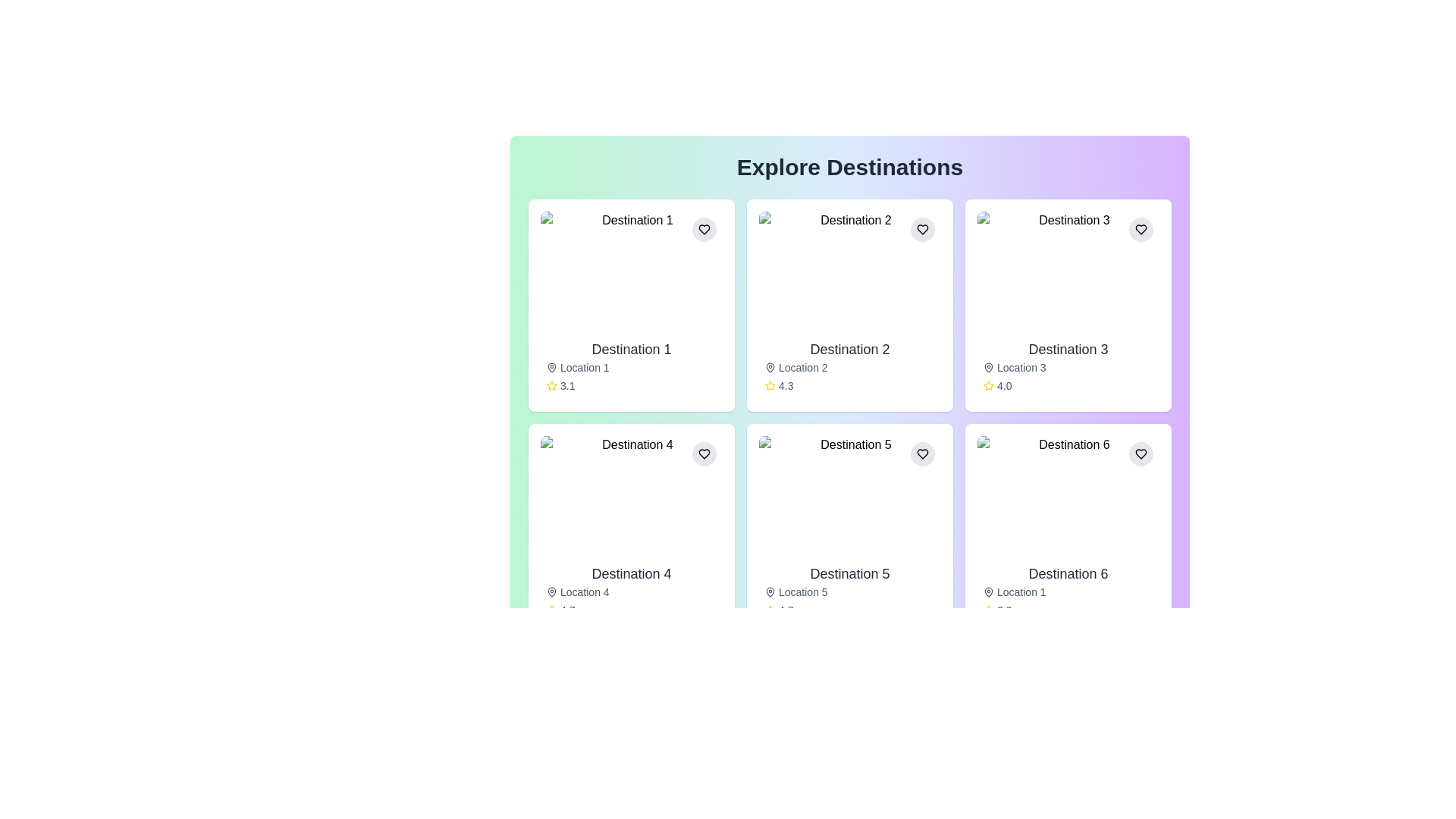 This screenshot has height=819, width=1456. I want to click on the heart-shaped icon in the top-right corner of the 'Destination 5' card, so click(922, 453).